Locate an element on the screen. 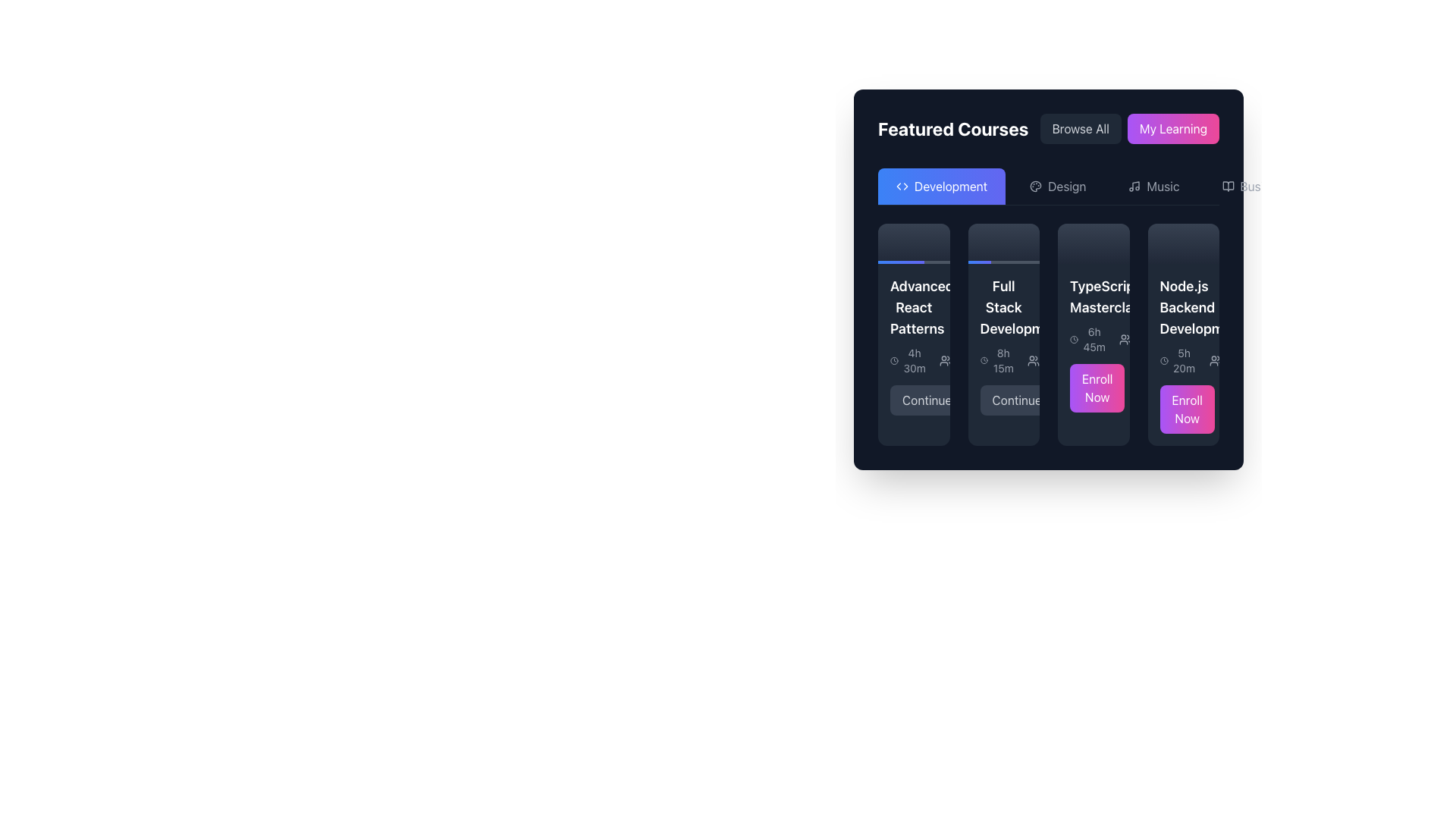 The image size is (1456, 819). text from the bold, white font text label that displays 'TypeScript Masterclass' located at the top of the card under the 'Development' section in the 'Featured Courses' area is located at coordinates (1094, 297).